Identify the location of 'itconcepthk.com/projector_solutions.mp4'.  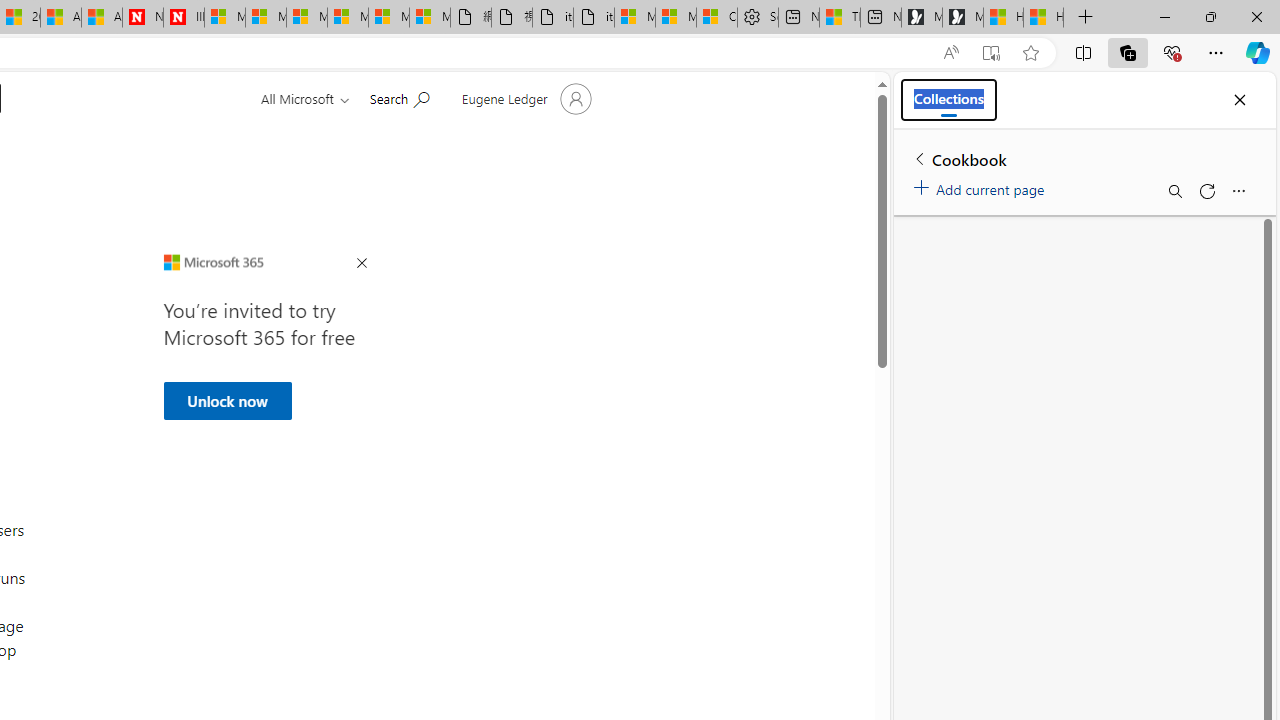
(592, 17).